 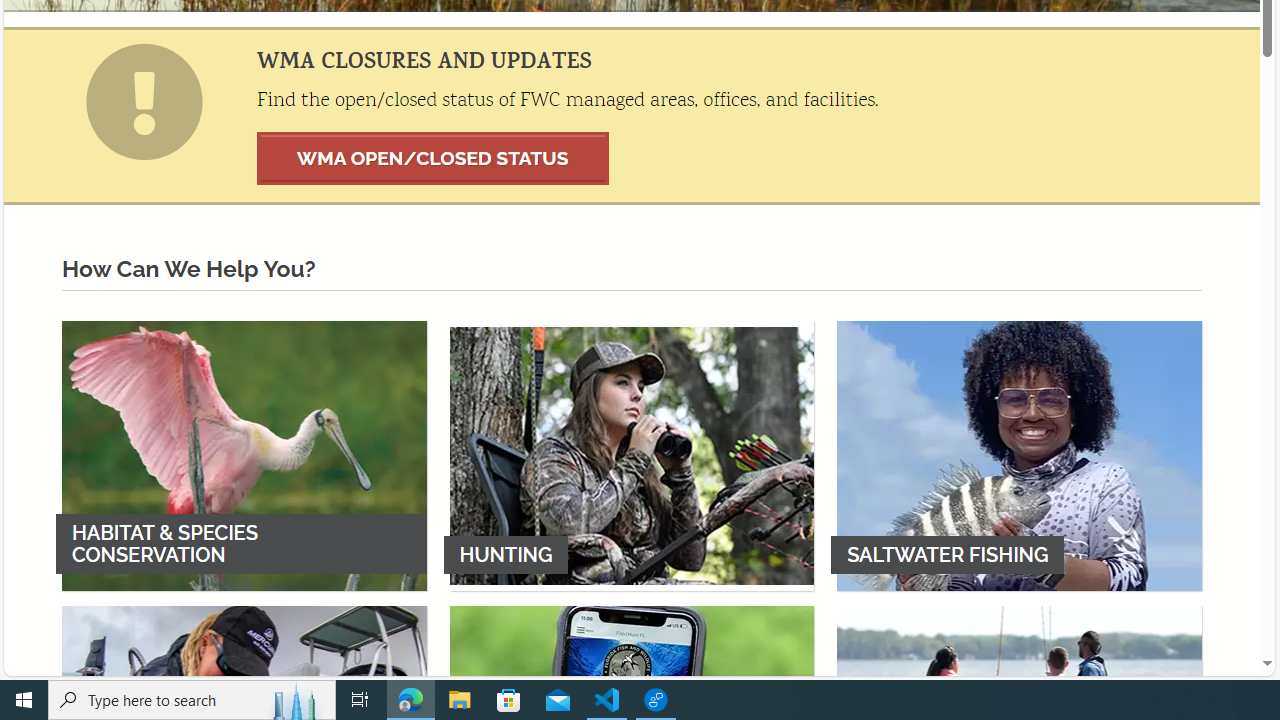 I want to click on 'HUNTING', so click(x=631, y=455).